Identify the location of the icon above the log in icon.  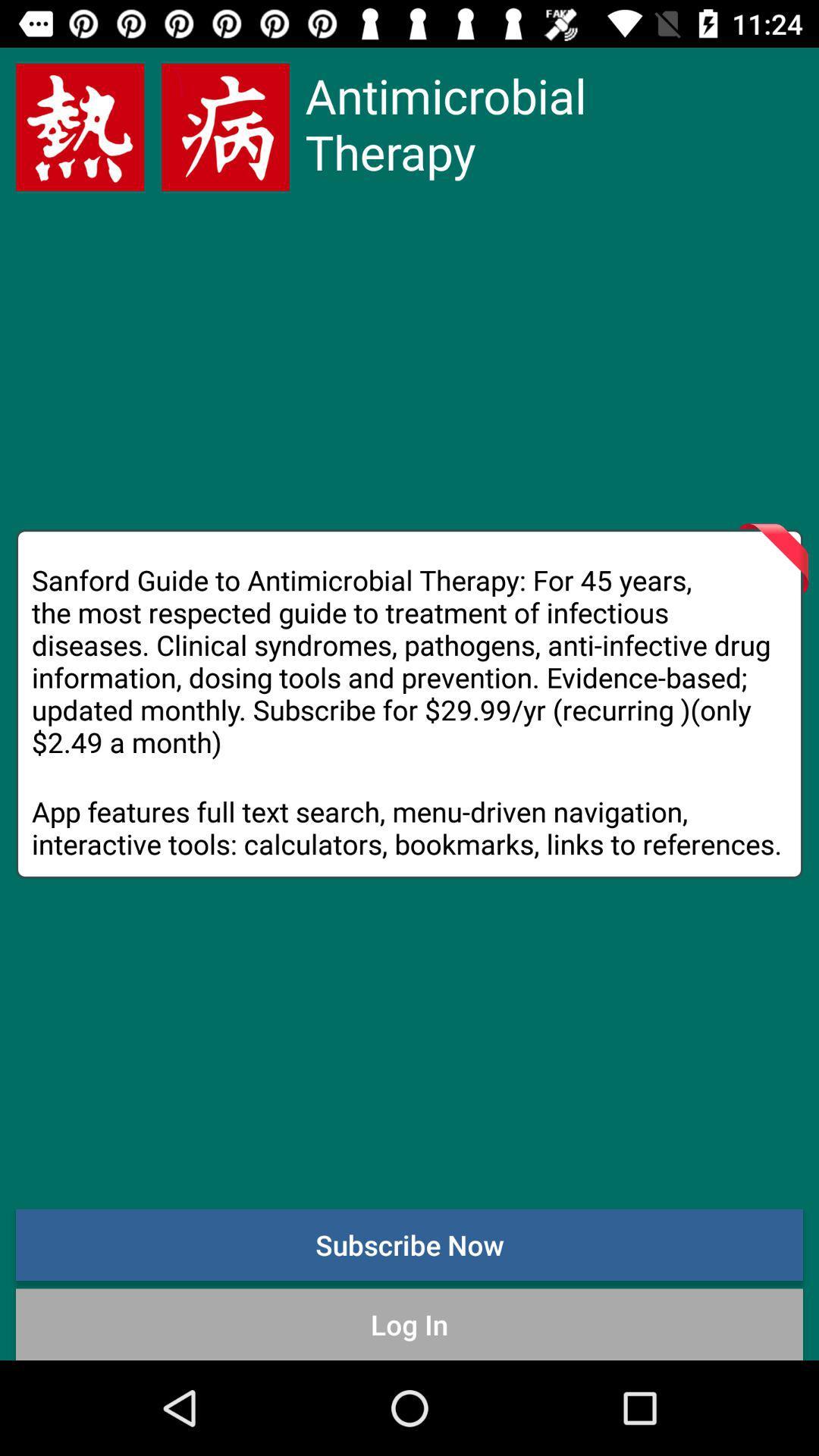
(409, 1244).